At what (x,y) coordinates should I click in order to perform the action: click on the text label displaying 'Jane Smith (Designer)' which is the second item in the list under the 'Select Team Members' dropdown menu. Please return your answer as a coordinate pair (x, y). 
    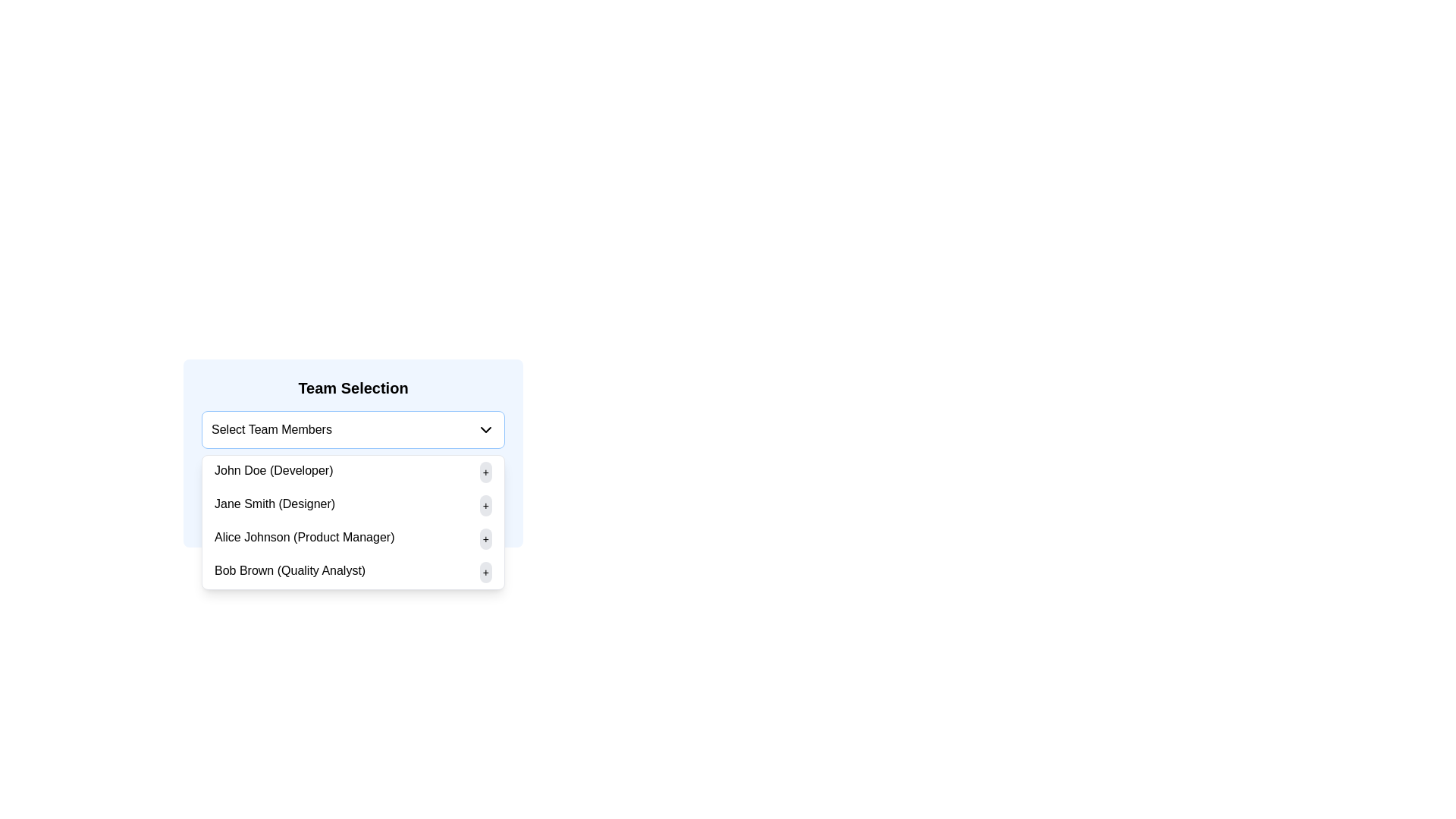
    Looking at the image, I should click on (275, 506).